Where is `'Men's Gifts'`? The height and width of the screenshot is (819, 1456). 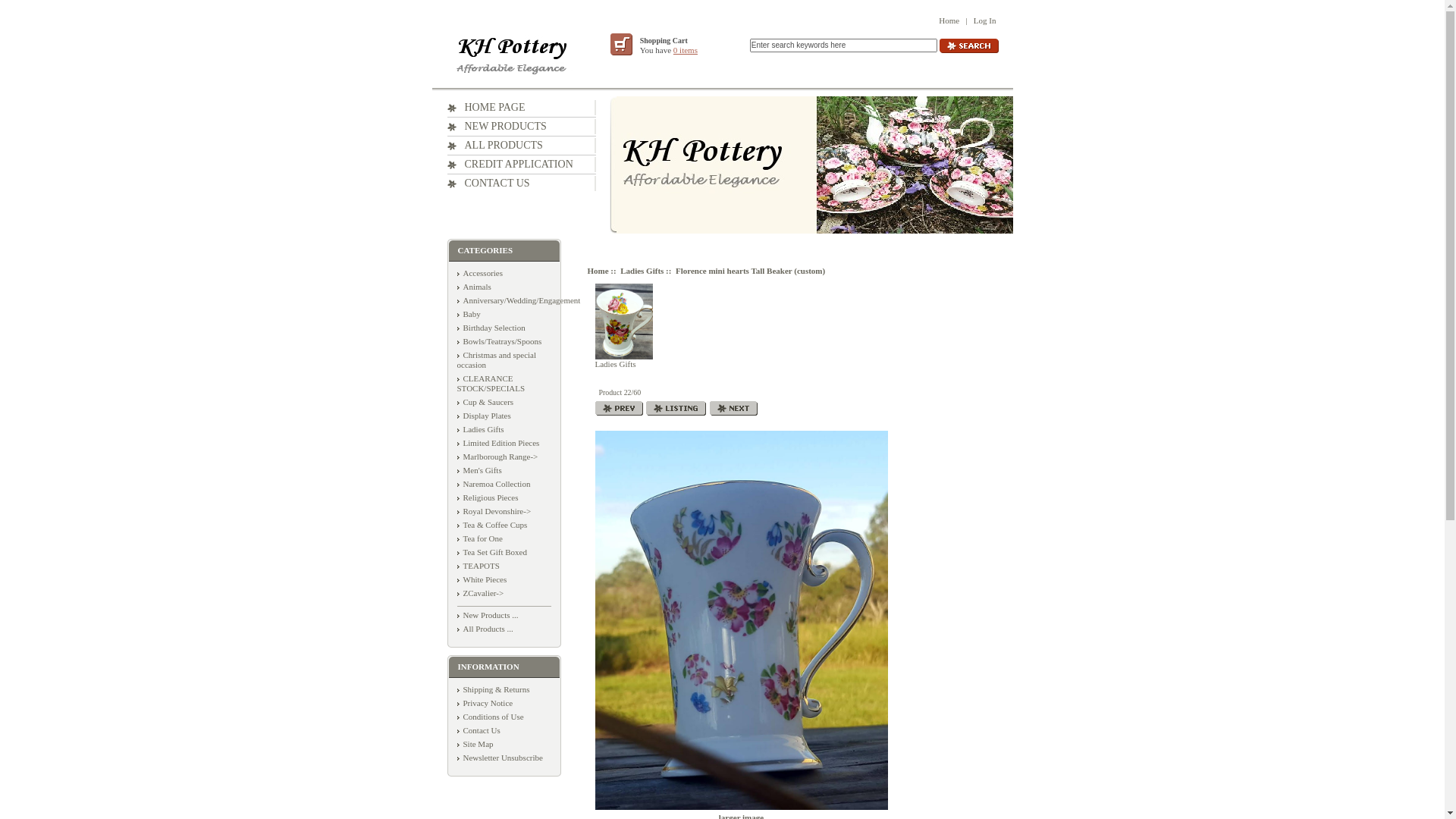 'Men's Gifts' is located at coordinates (478, 469).